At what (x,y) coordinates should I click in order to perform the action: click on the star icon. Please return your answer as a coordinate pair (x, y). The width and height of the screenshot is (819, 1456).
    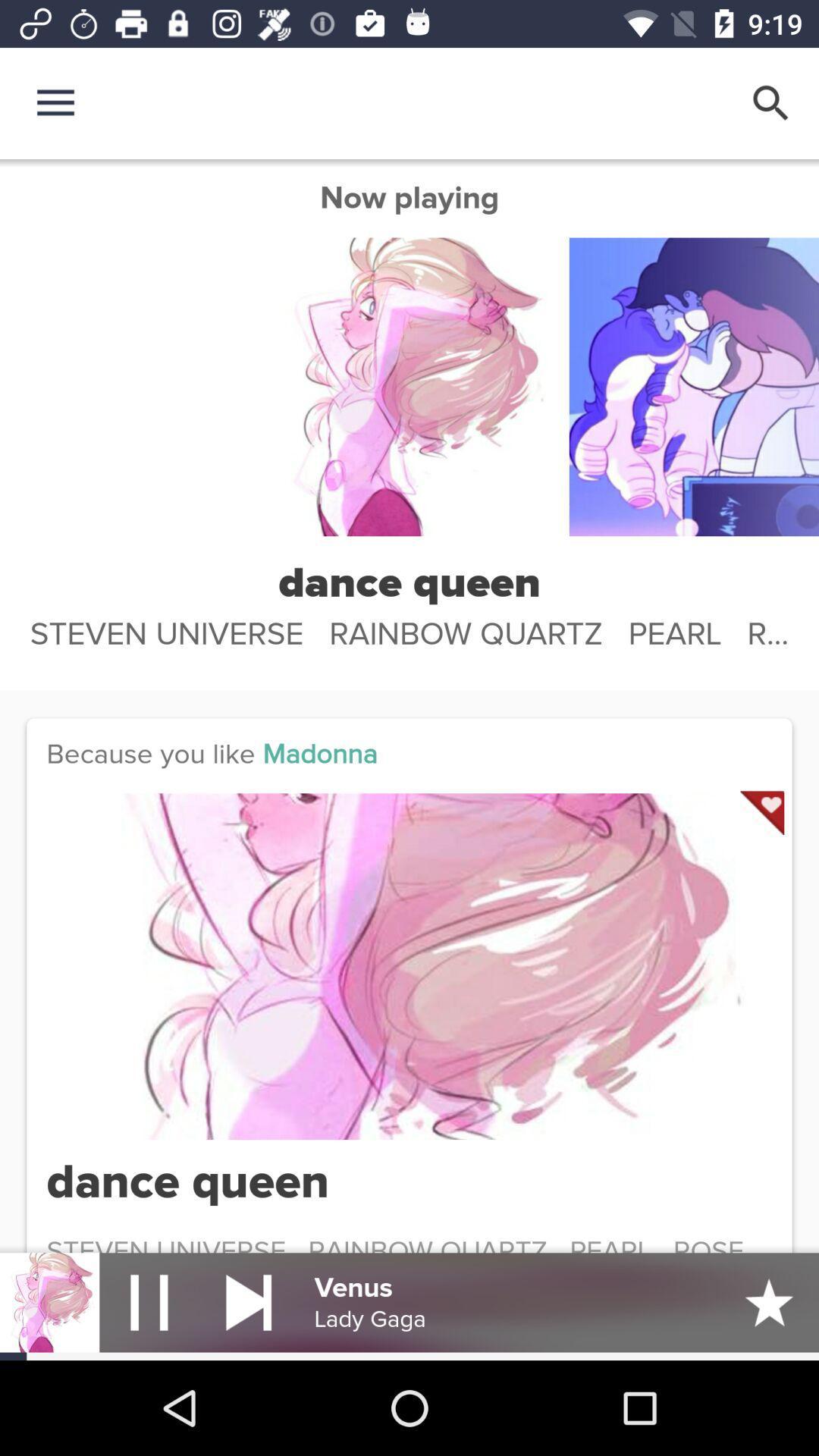
    Looking at the image, I should click on (769, 1301).